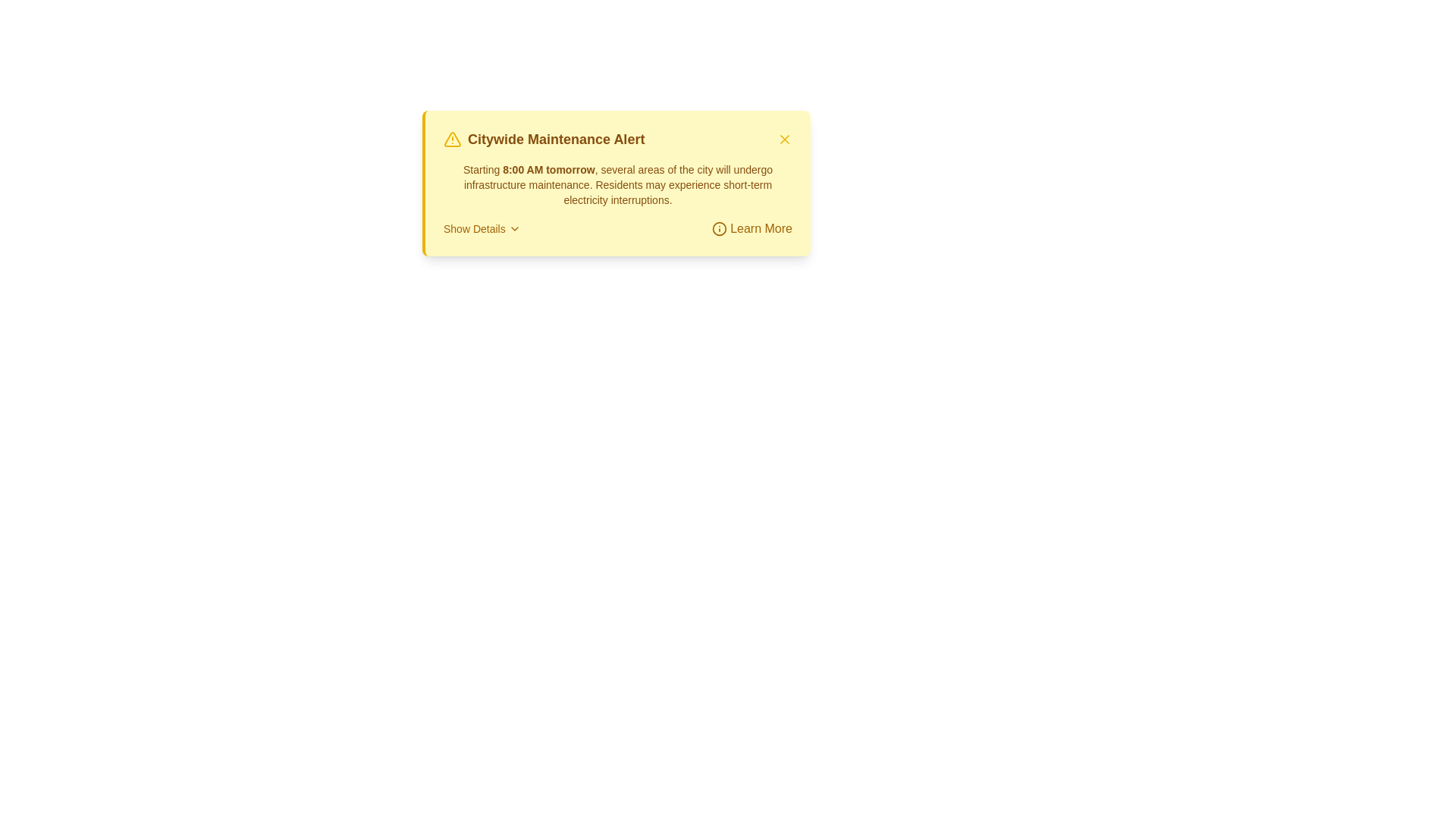  What do you see at coordinates (481, 228) in the screenshot?
I see `the button located at the bottom left of the yellow notification box` at bounding box center [481, 228].